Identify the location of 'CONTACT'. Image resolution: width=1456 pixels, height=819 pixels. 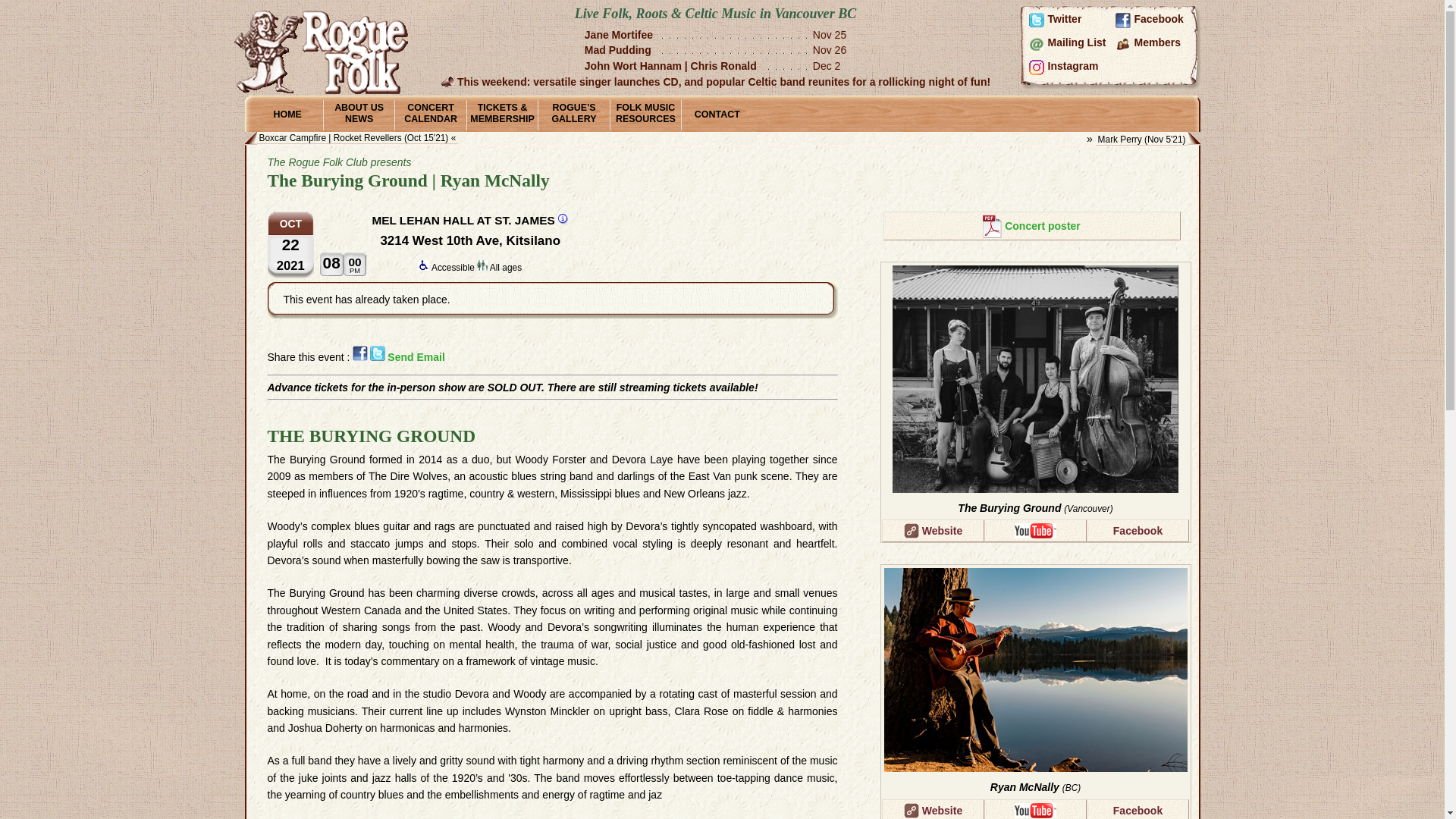
(716, 114).